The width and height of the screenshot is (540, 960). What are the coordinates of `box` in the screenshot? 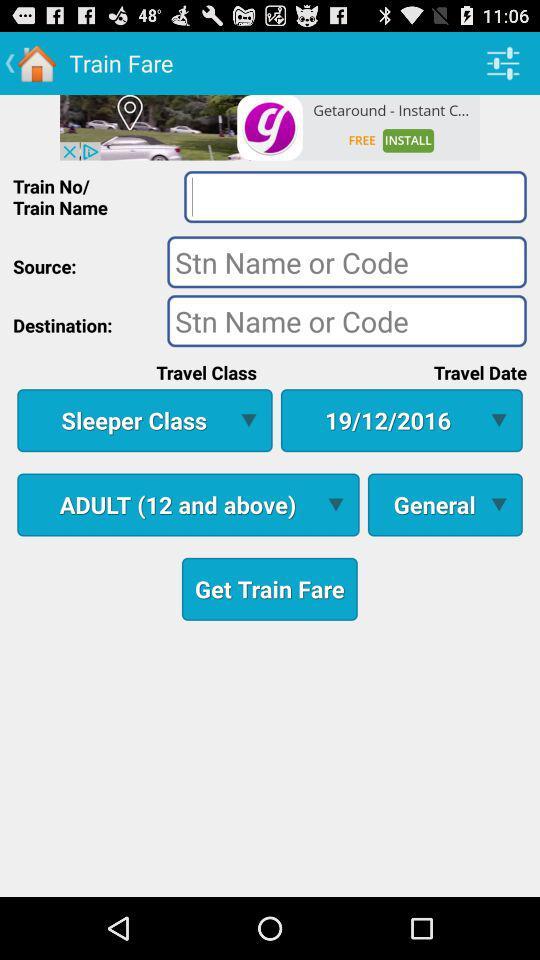 It's located at (354, 196).